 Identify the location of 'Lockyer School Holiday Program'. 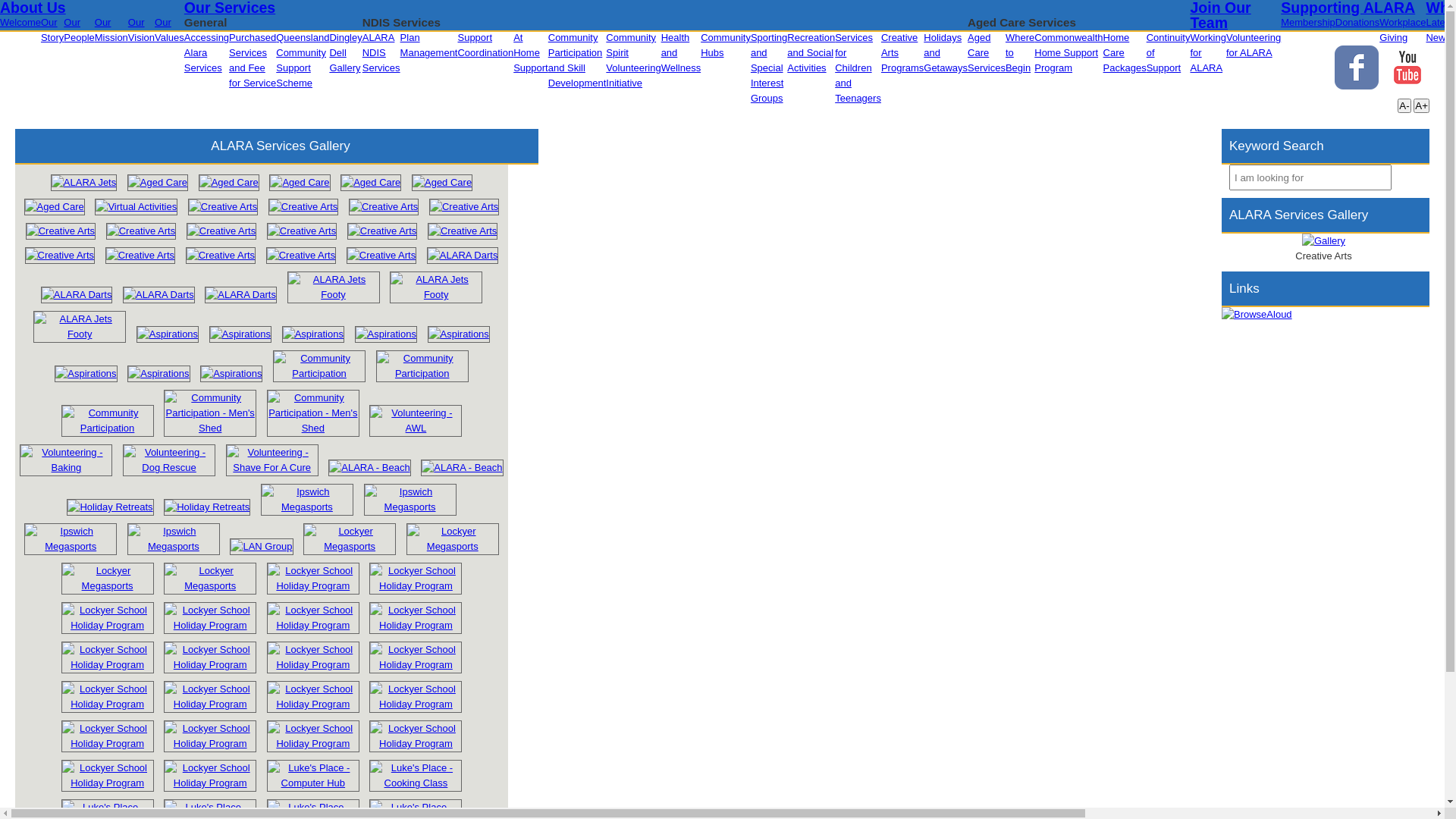
(107, 657).